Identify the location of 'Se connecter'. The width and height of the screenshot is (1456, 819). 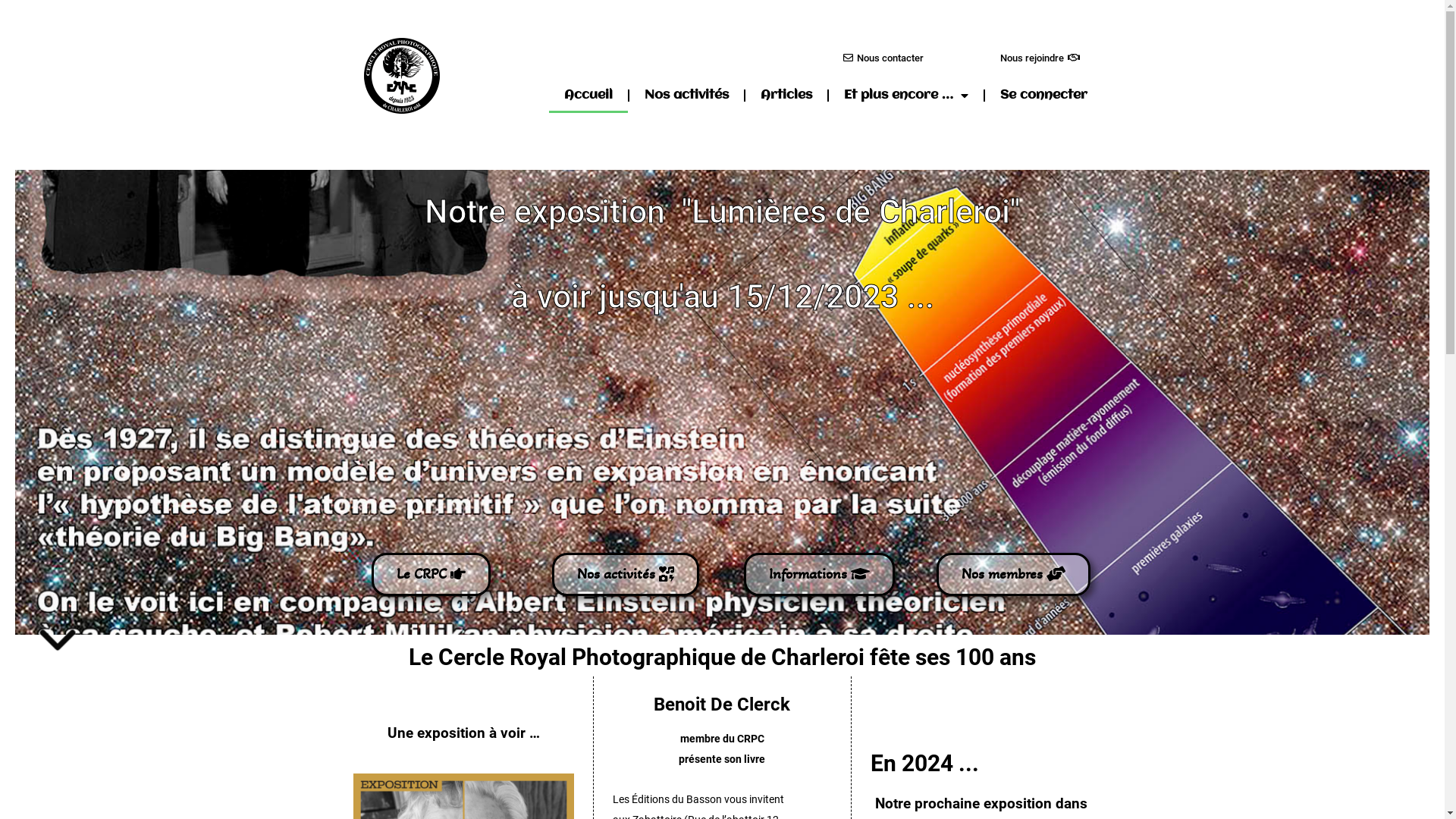
(1043, 96).